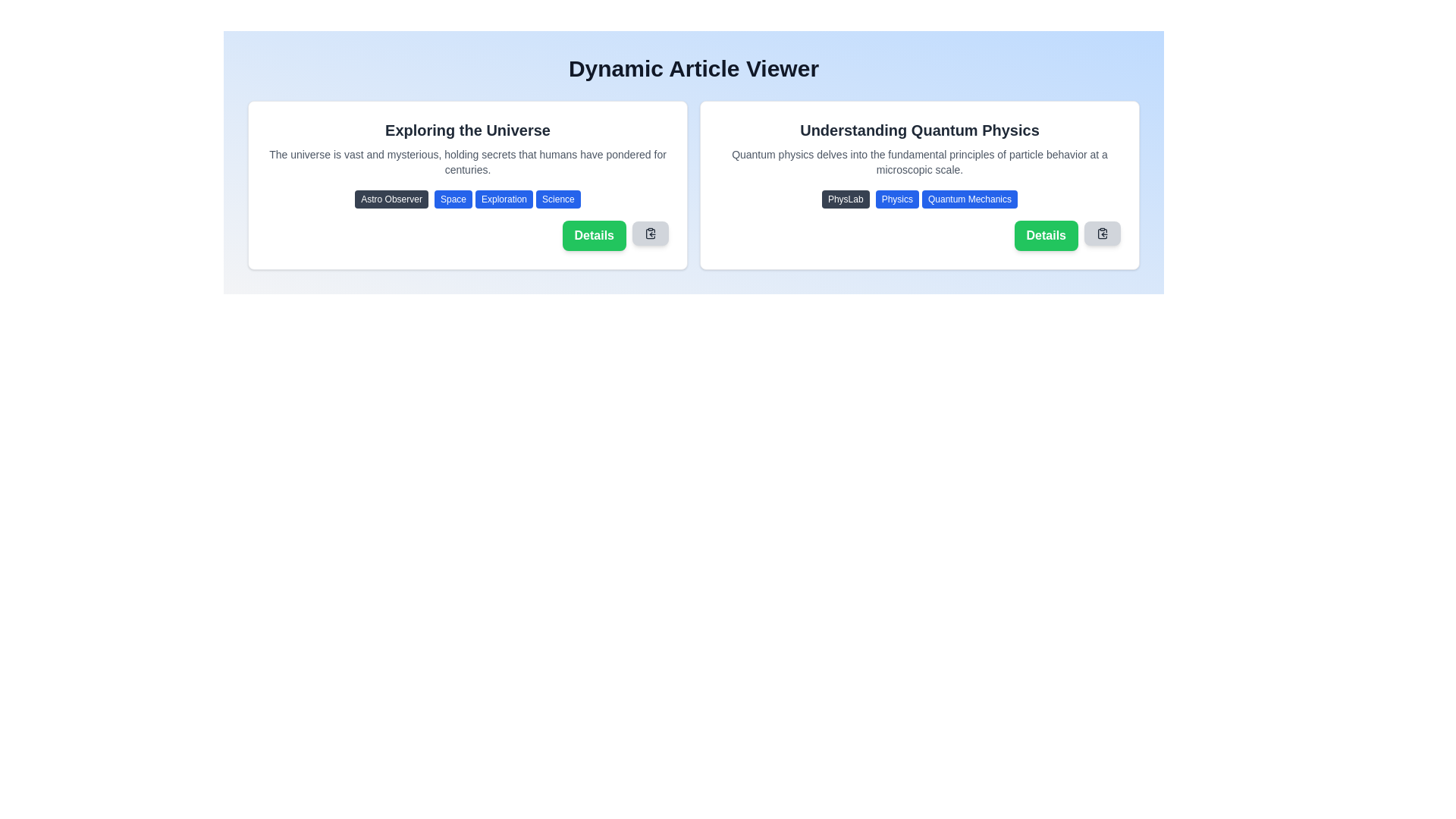 The width and height of the screenshot is (1456, 819). Describe the element at coordinates (504, 198) in the screenshot. I see `the blue rectangular badge labeled 'Exploration'` at that location.